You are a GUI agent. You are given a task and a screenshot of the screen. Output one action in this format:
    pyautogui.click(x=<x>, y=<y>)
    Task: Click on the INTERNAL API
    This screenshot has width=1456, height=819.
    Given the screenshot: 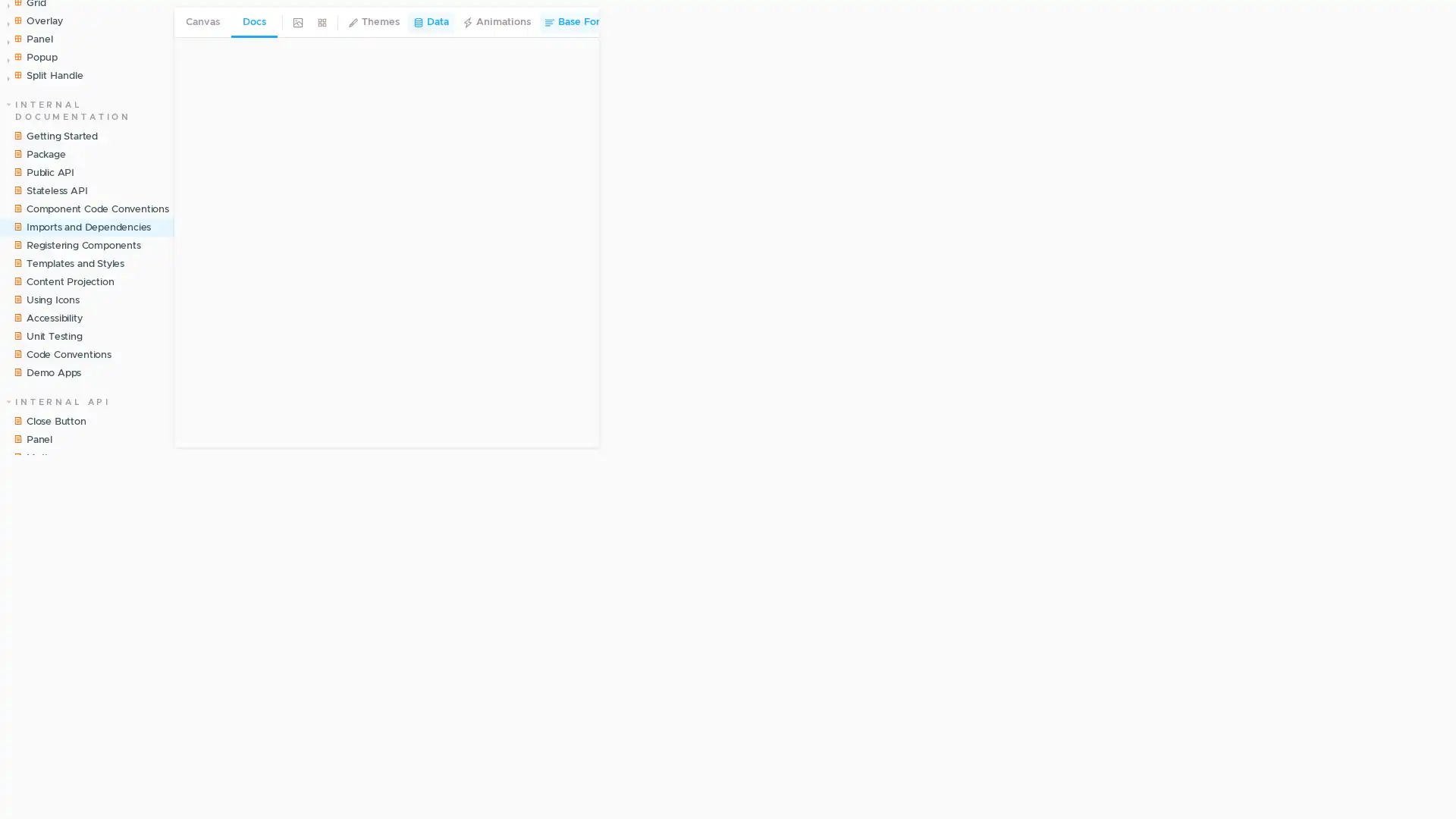 What is the action you would take?
    pyautogui.click(x=59, y=475)
    